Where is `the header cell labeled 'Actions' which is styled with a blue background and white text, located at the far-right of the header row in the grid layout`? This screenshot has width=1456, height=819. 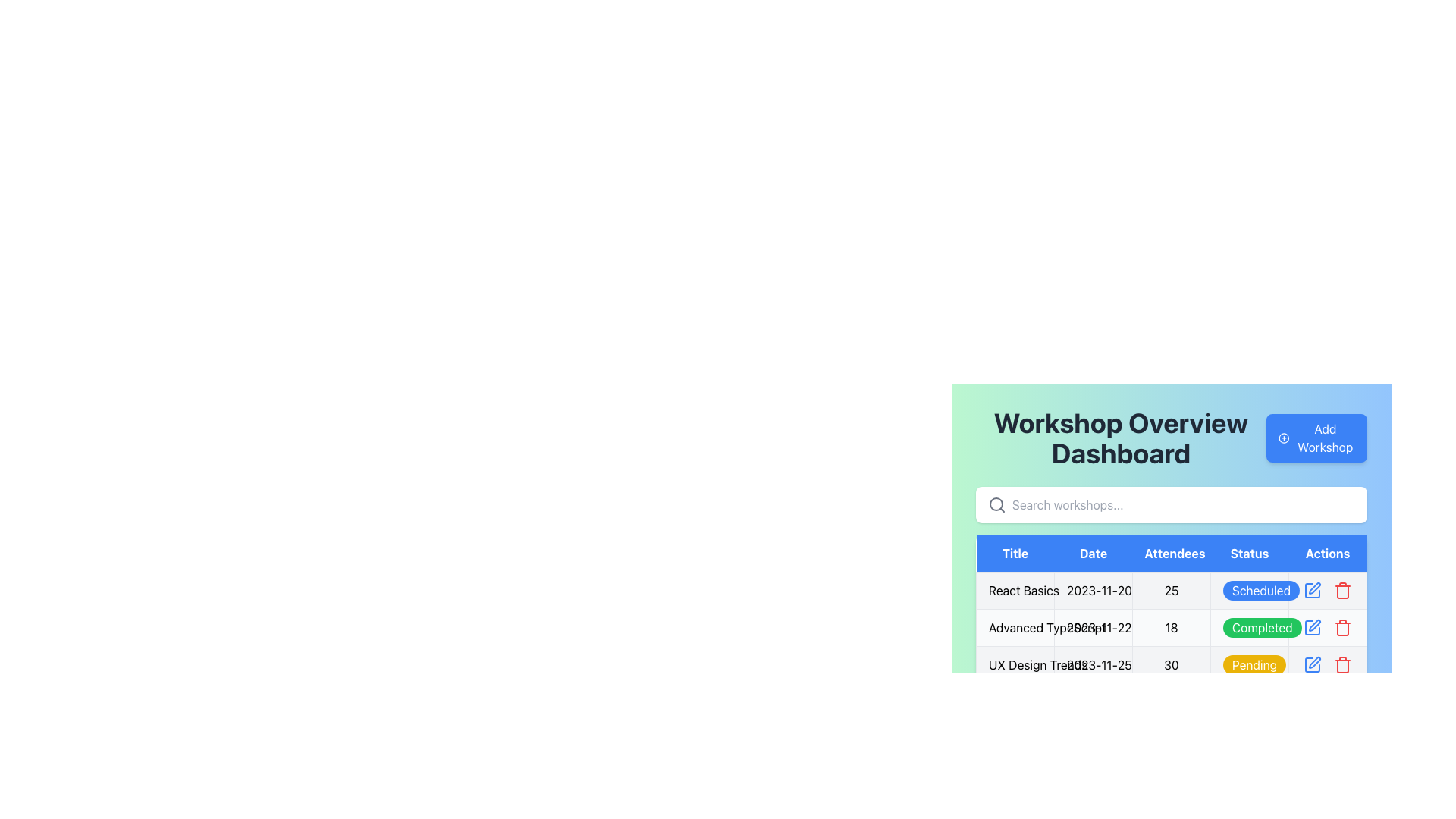
the header cell labeled 'Actions' which is styled with a blue background and white text, located at the far-right of the header row in the grid layout is located at coordinates (1327, 553).